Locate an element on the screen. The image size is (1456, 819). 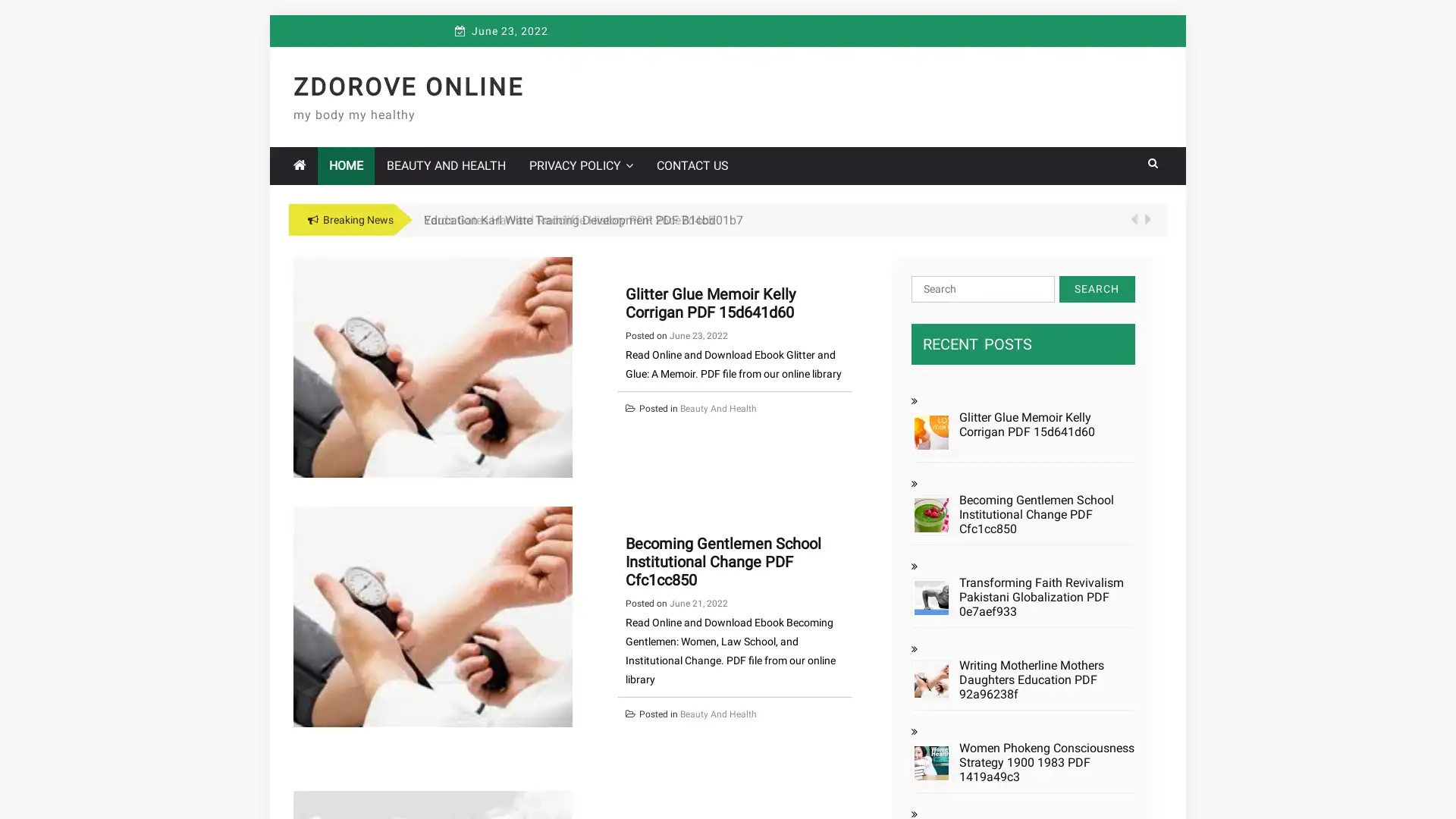
Search is located at coordinates (1096, 288).